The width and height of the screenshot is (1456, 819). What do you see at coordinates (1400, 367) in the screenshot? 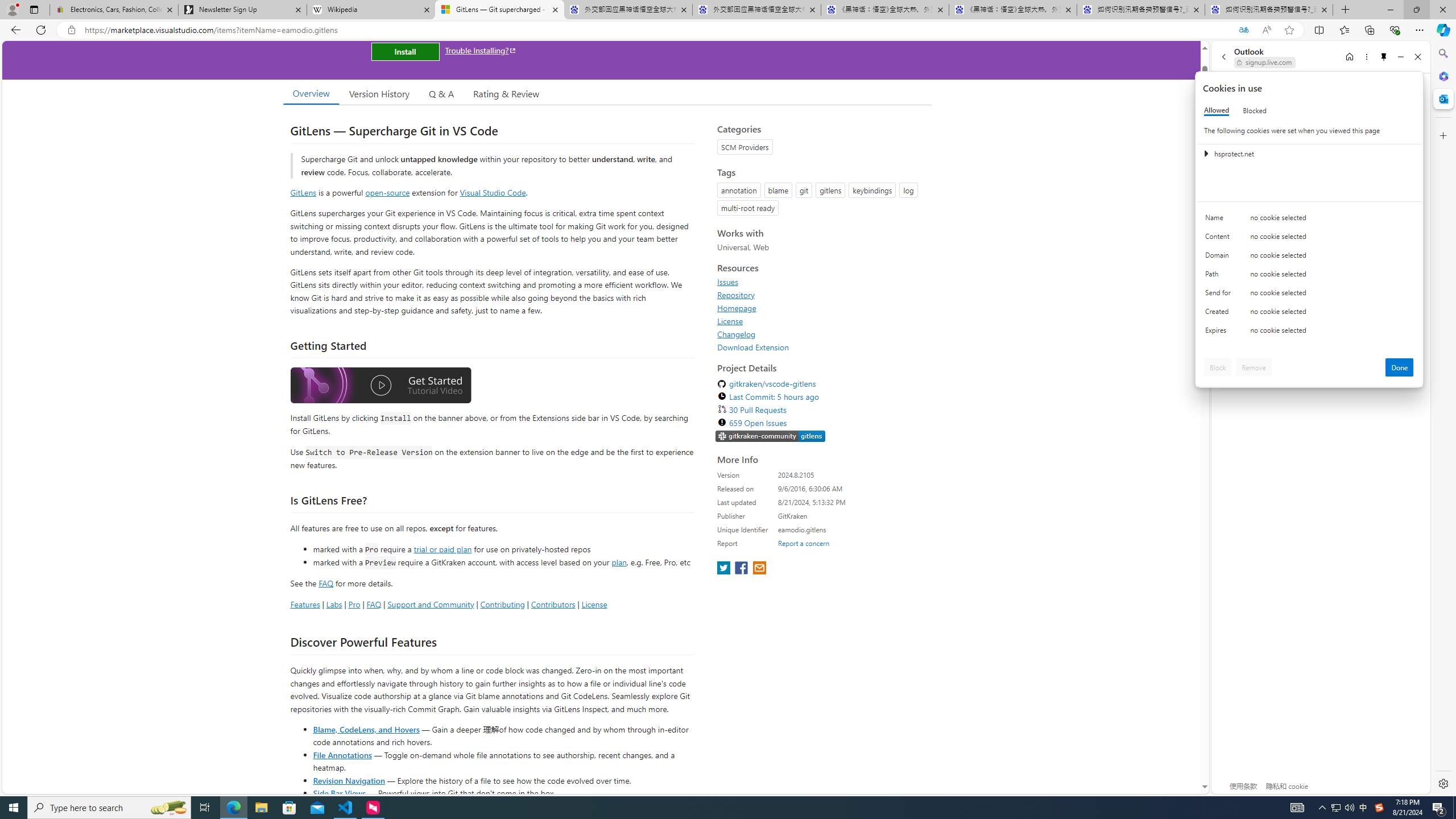
I see `'Done'` at bounding box center [1400, 367].